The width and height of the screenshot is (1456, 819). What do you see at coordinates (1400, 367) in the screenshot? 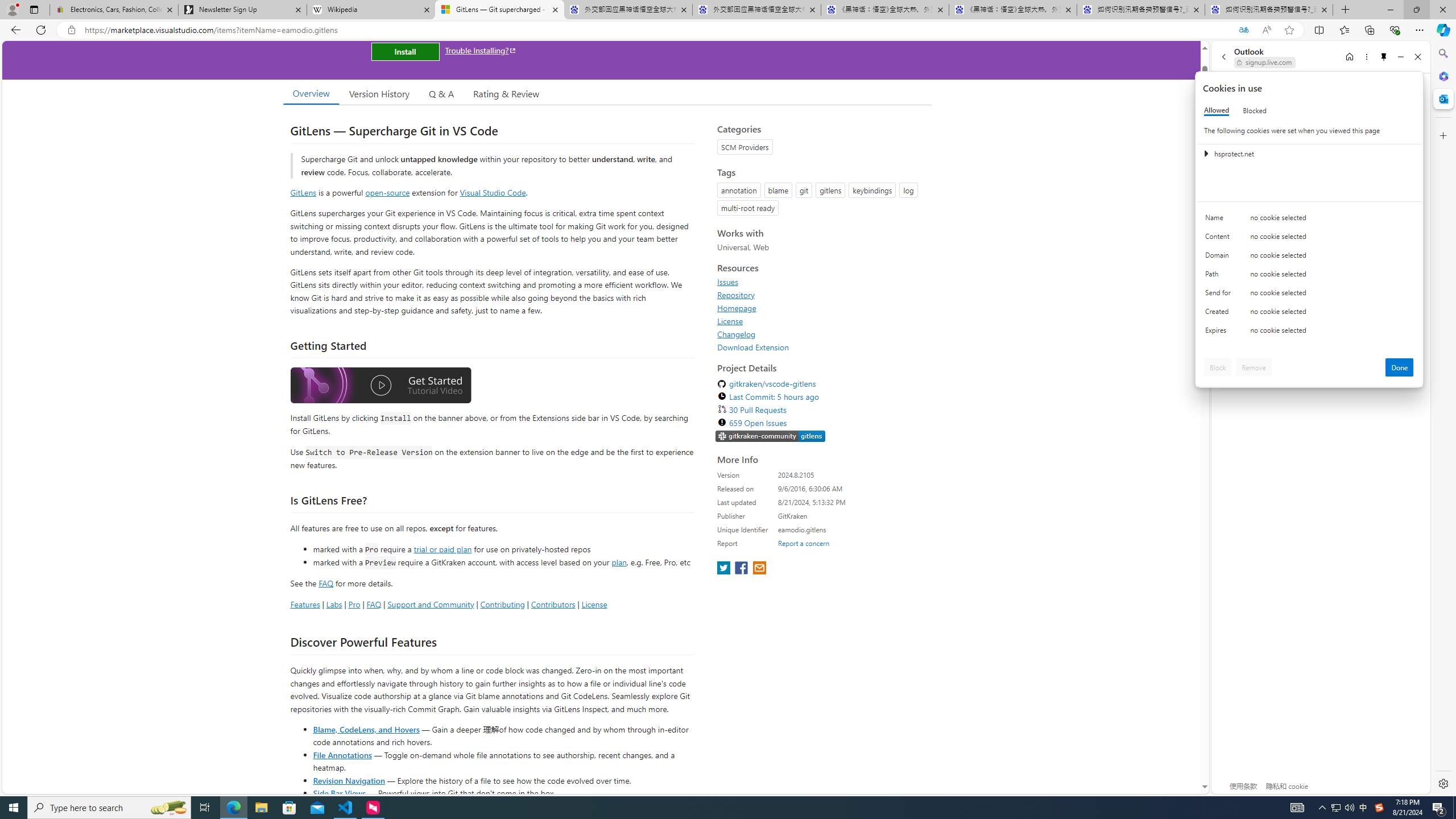
I see `'Done'` at bounding box center [1400, 367].